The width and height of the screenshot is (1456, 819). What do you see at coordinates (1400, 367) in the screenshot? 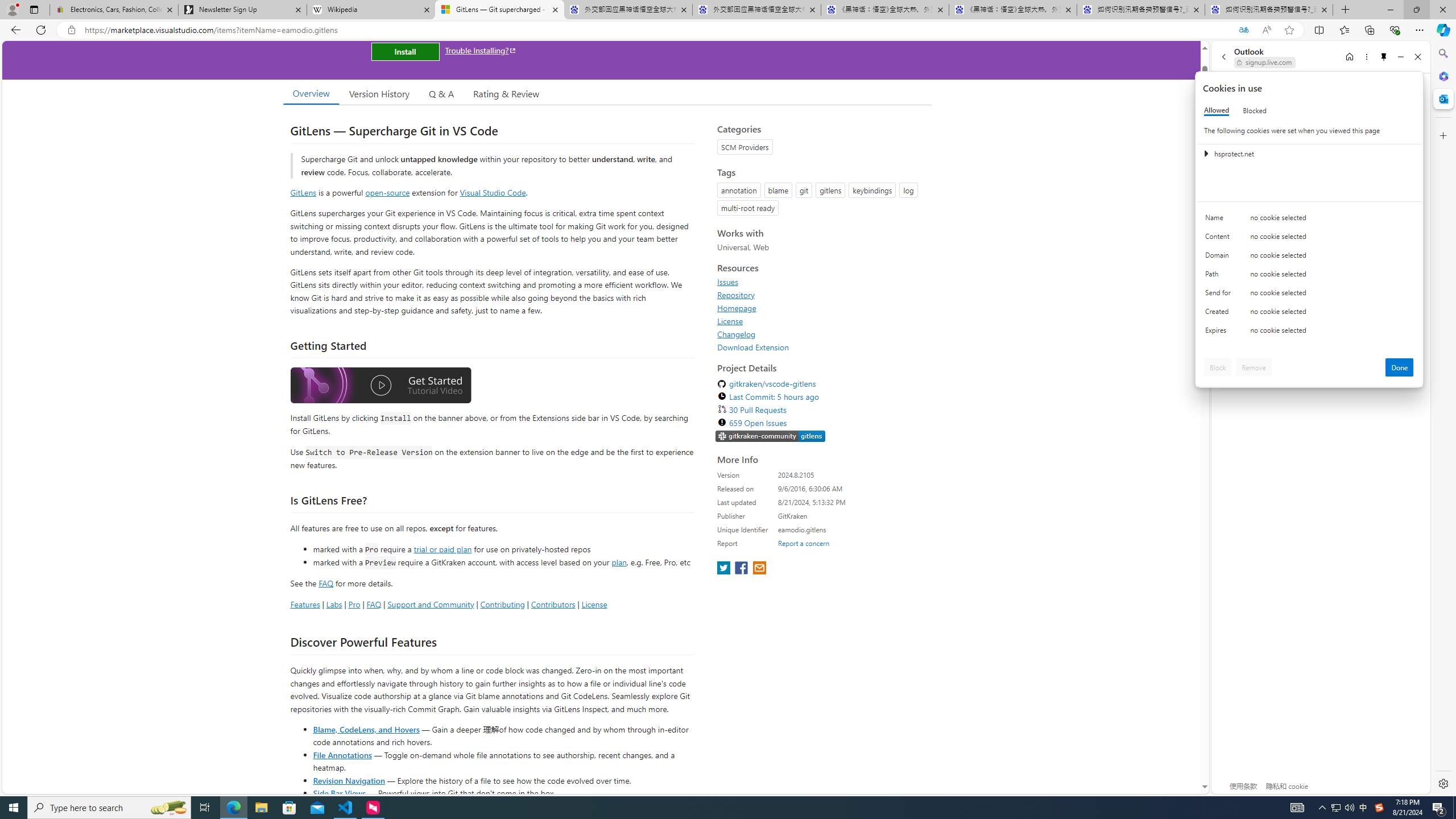
I see `'Done'` at bounding box center [1400, 367].